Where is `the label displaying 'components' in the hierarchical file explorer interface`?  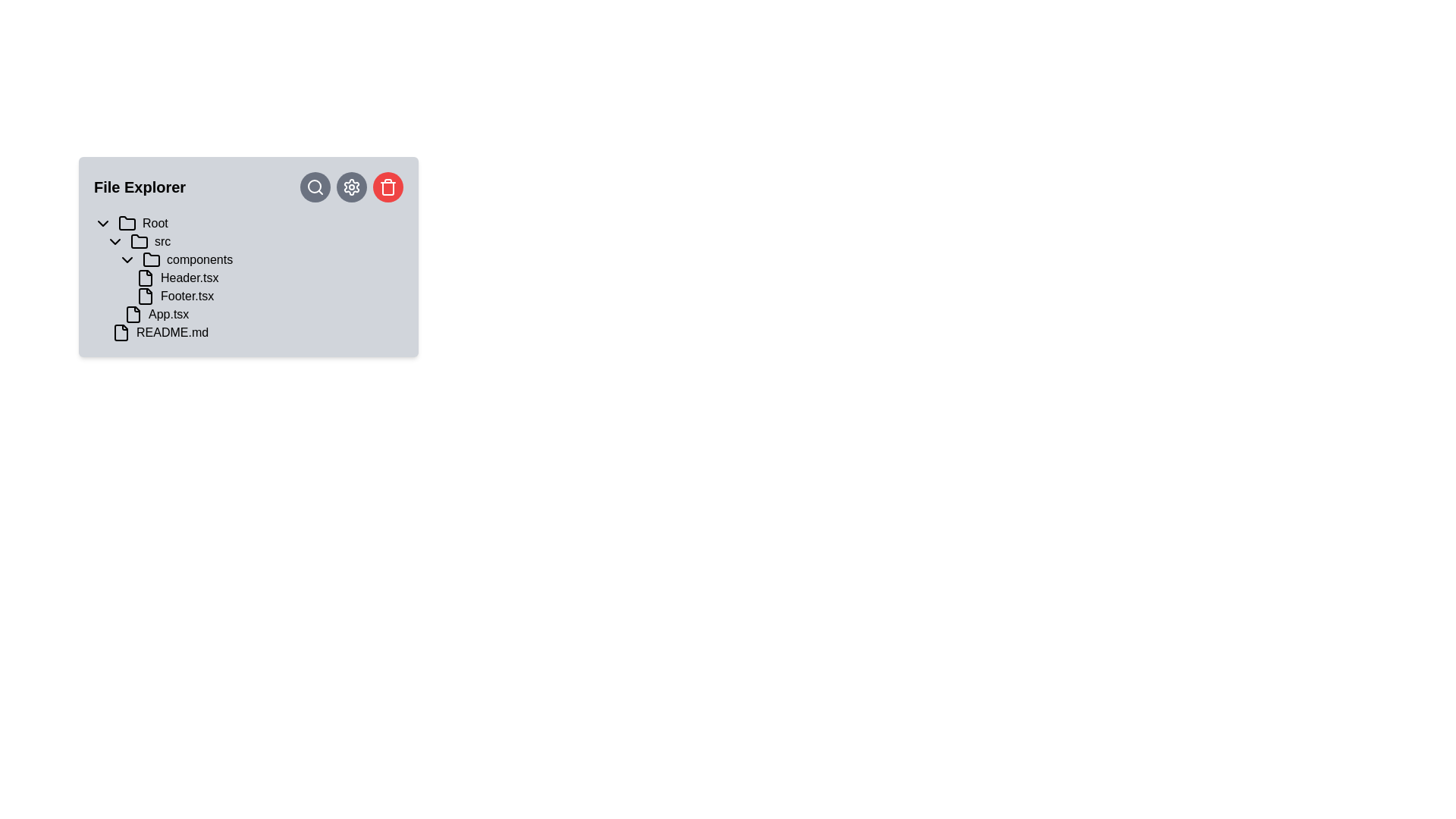 the label displaying 'components' in the hierarchical file explorer interface is located at coordinates (199, 259).